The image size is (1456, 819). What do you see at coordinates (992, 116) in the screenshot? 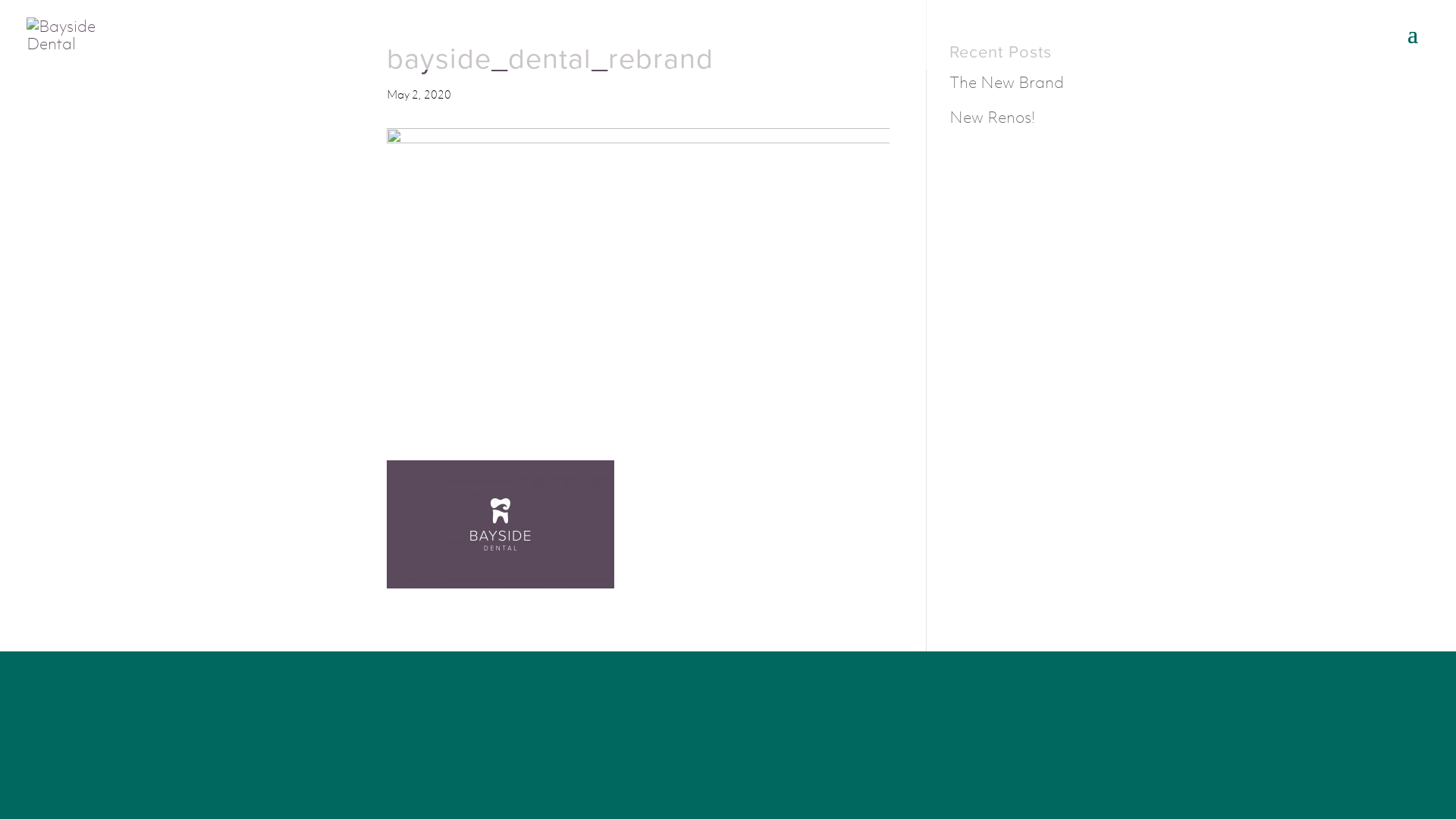
I see `'New Renos!'` at bounding box center [992, 116].